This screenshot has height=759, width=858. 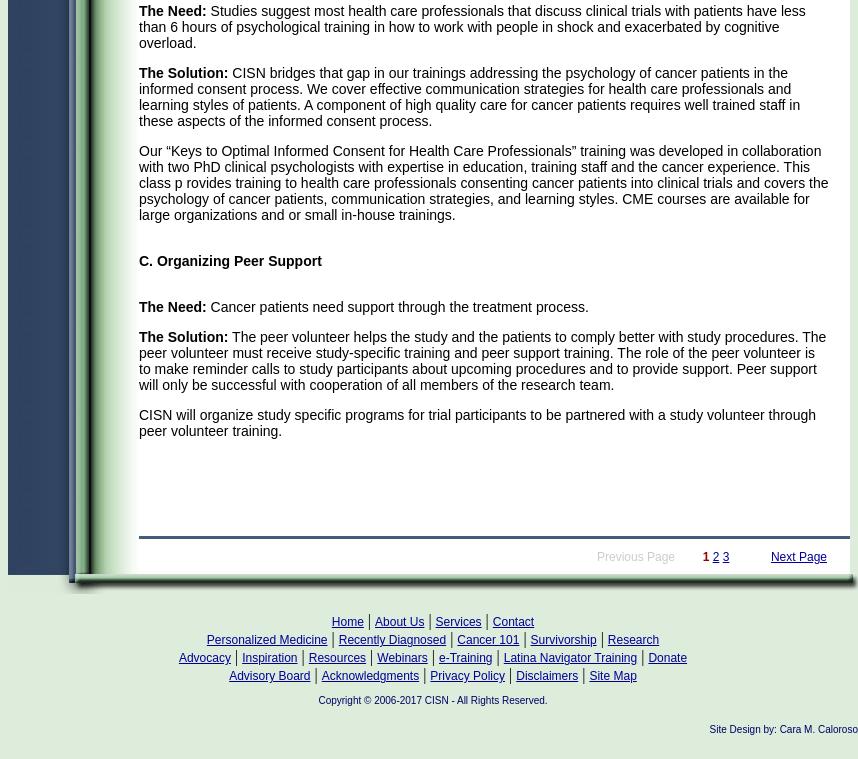 What do you see at coordinates (469, 95) in the screenshot?
I see `'CISN bridges that gap in our trainings addressing the psychology of cancer patients in the informed consent process. We cover effective communication strategies for health care professionals and learning styles of patients. A component of high quality care for cancer patients requires well trained staff in these aspects of the informed consent process.'` at bounding box center [469, 95].